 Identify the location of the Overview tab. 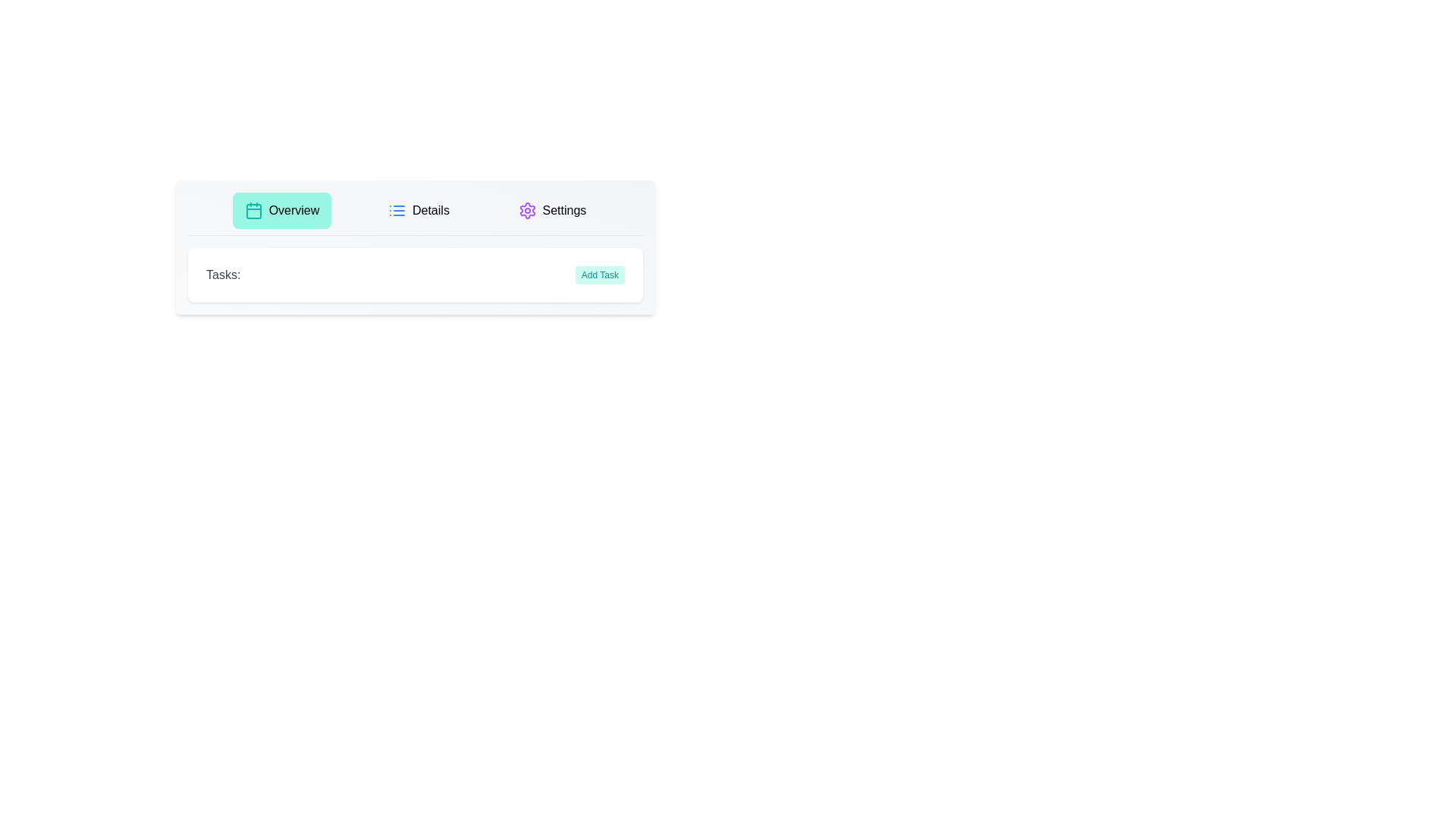
(281, 210).